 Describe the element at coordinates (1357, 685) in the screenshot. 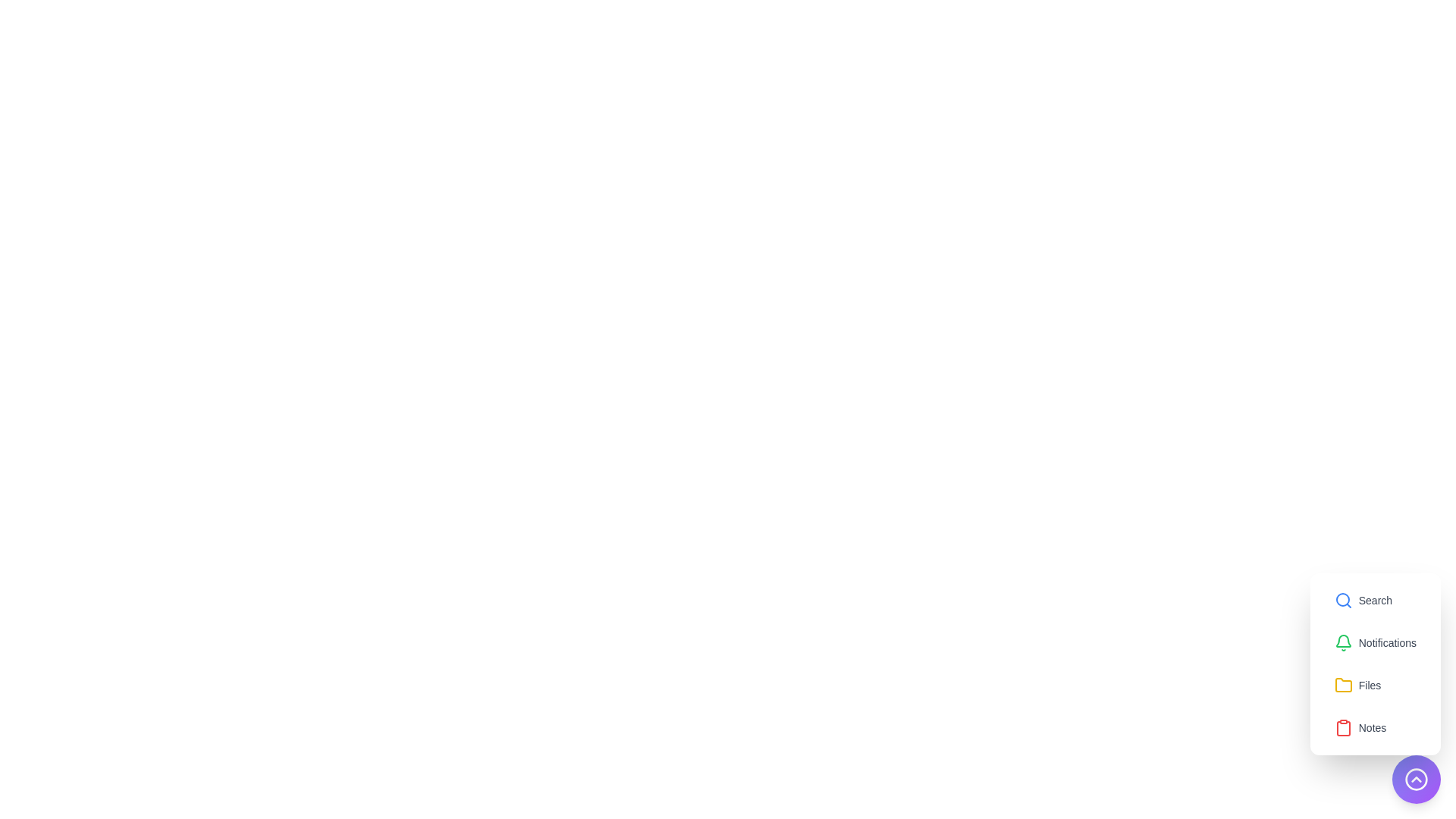

I see `the menu item labeled Files to reveal its hover effect` at that location.